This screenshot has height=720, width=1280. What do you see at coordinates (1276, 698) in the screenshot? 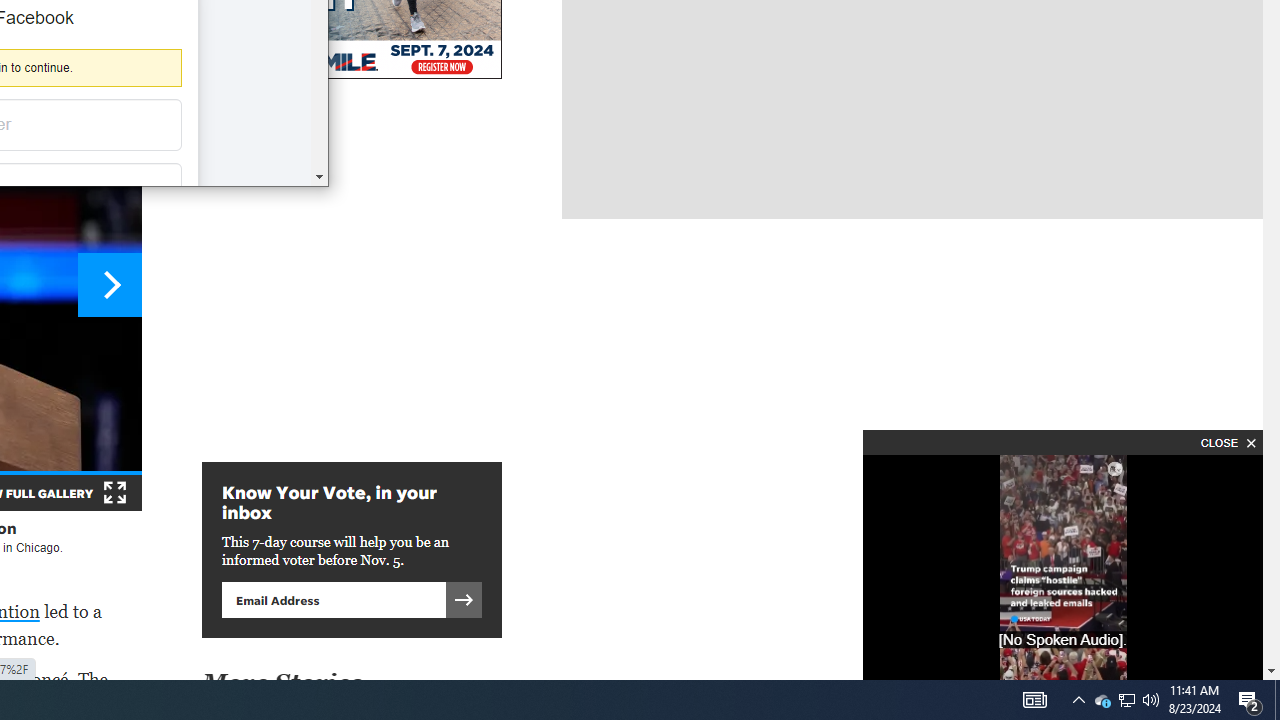
I see `'Show desktop'` at bounding box center [1276, 698].